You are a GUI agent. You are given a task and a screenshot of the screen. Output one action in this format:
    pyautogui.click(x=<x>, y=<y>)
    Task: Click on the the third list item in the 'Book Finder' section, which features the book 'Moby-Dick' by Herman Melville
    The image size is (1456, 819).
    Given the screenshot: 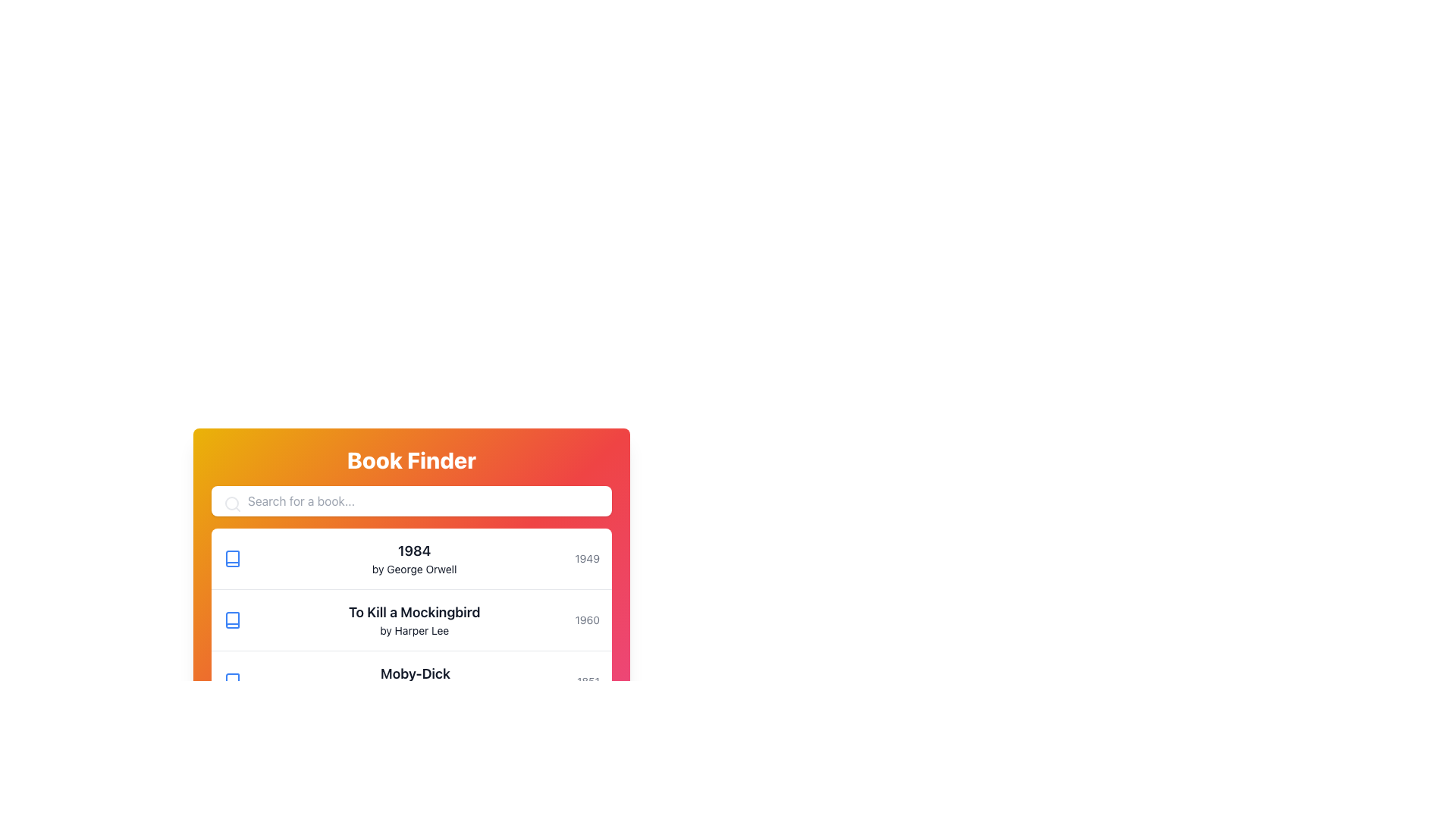 What is the action you would take?
    pyautogui.click(x=411, y=680)
    